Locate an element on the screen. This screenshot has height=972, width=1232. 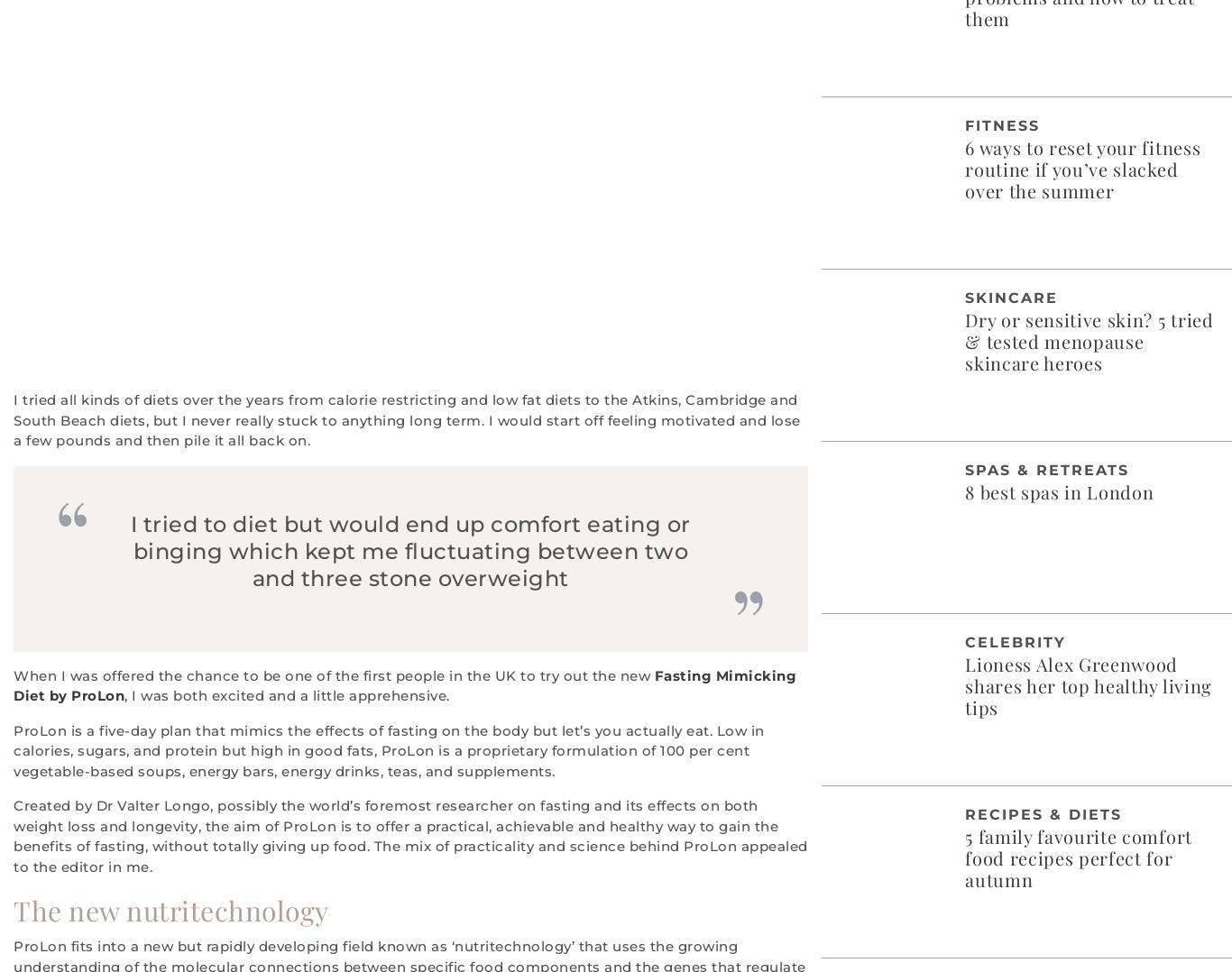
'I tried all kinds of diets over the years from calorie restricting and low fat diets to the Atkins, Cambridge and South Beach diets, but I never really stuck to anything long term. I would start off feeling motivated and lose a few pounds and then pile it all back on.' is located at coordinates (406, 419).